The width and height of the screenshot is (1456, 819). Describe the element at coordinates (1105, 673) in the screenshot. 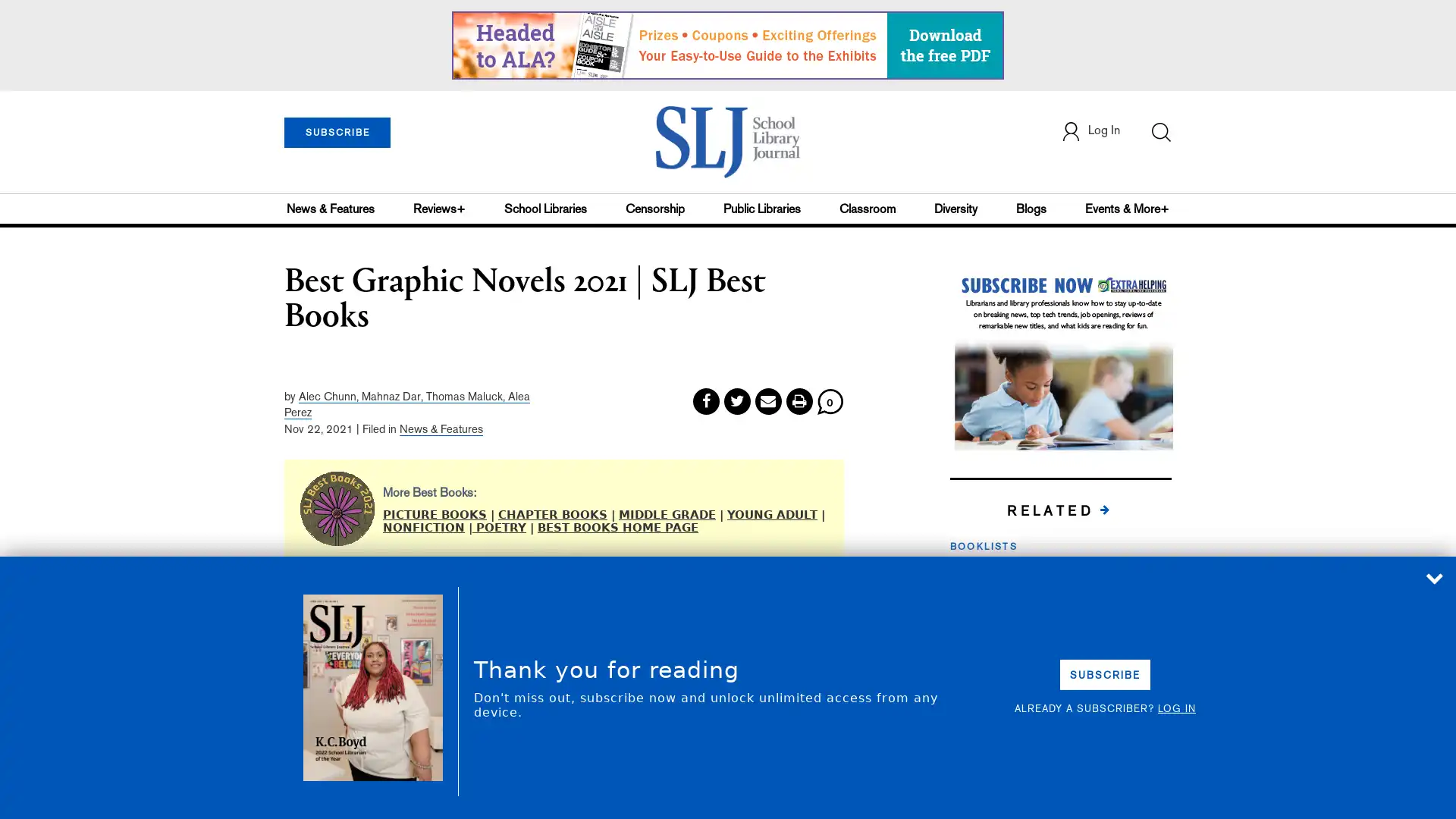

I see `SUBSCRIBE` at that location.